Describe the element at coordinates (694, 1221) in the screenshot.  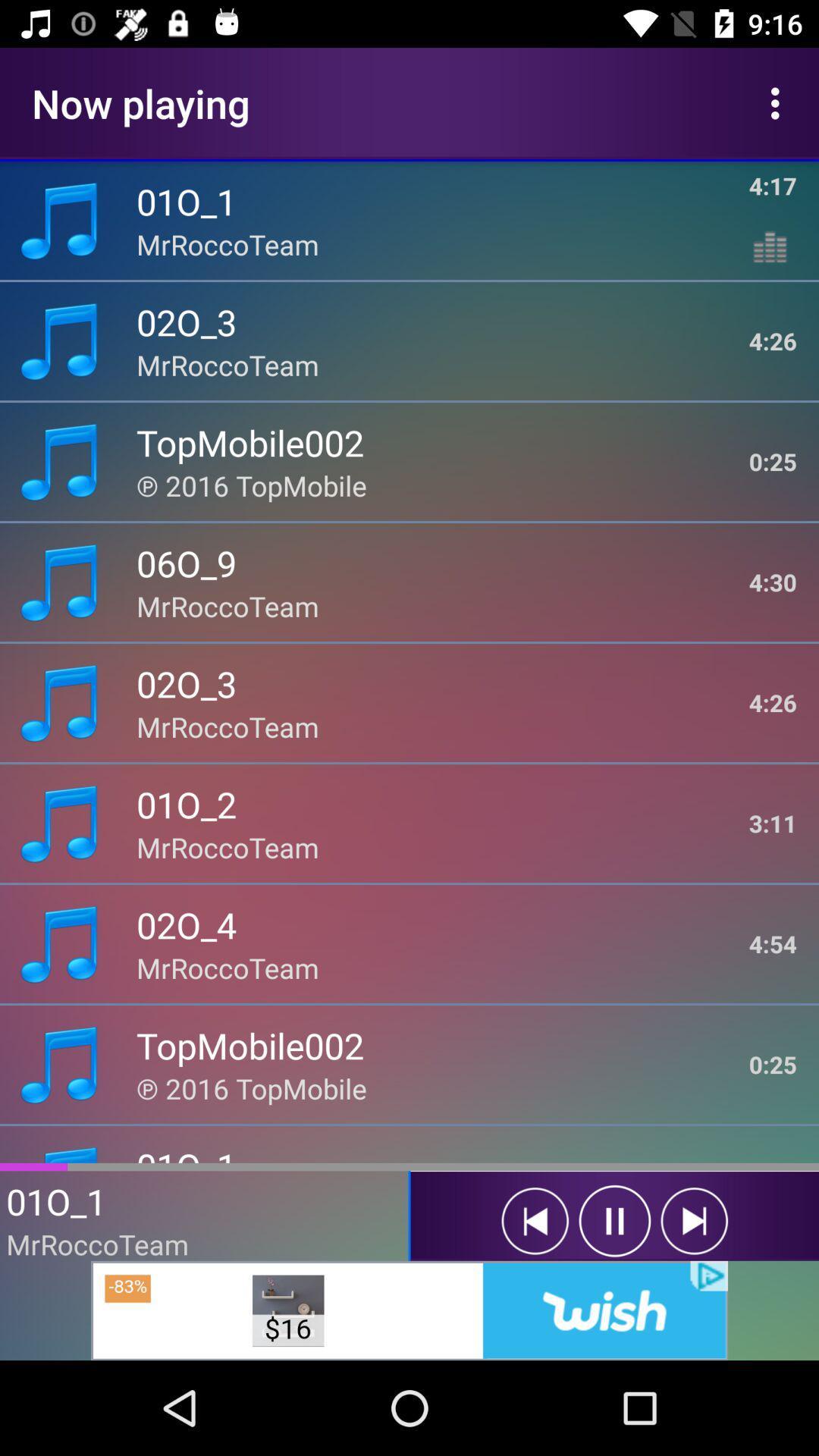
I see `next track` at that location.